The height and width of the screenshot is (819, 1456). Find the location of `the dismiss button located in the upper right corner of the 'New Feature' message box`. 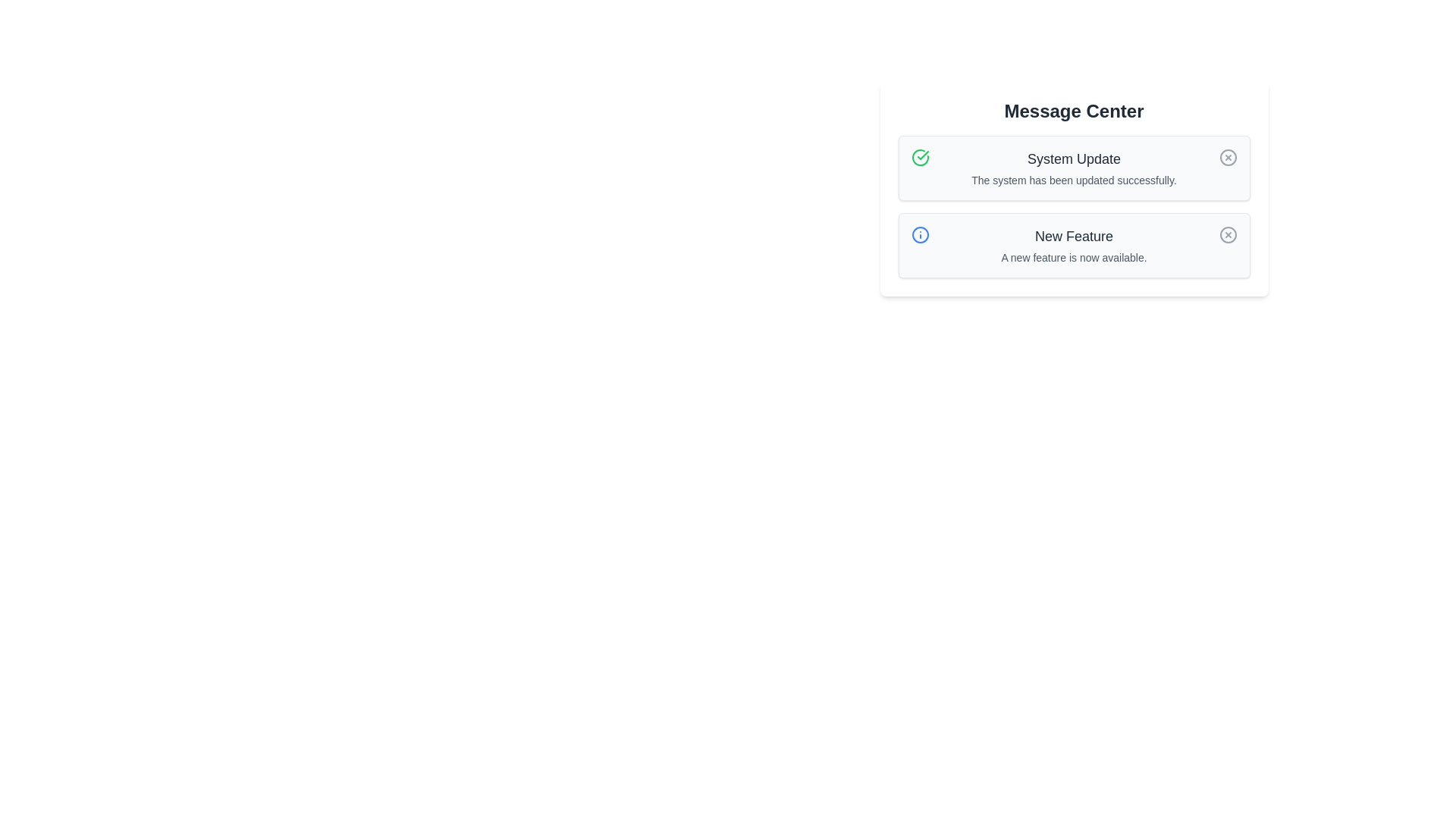

the dismiss button located in the upper right corner of the 'New Feature' message box is located at coordinates (1228, 234).